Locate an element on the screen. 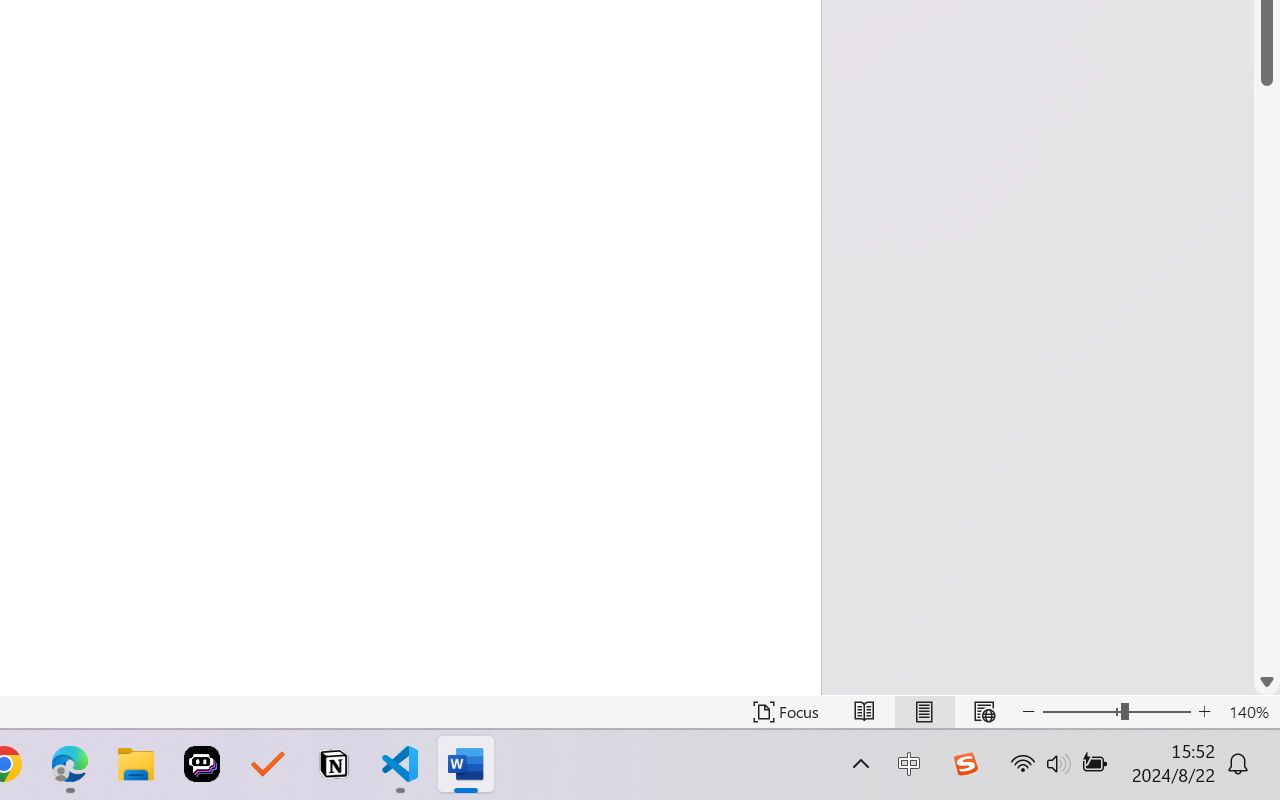  'Line down' is located at coordinates (1266, 682).